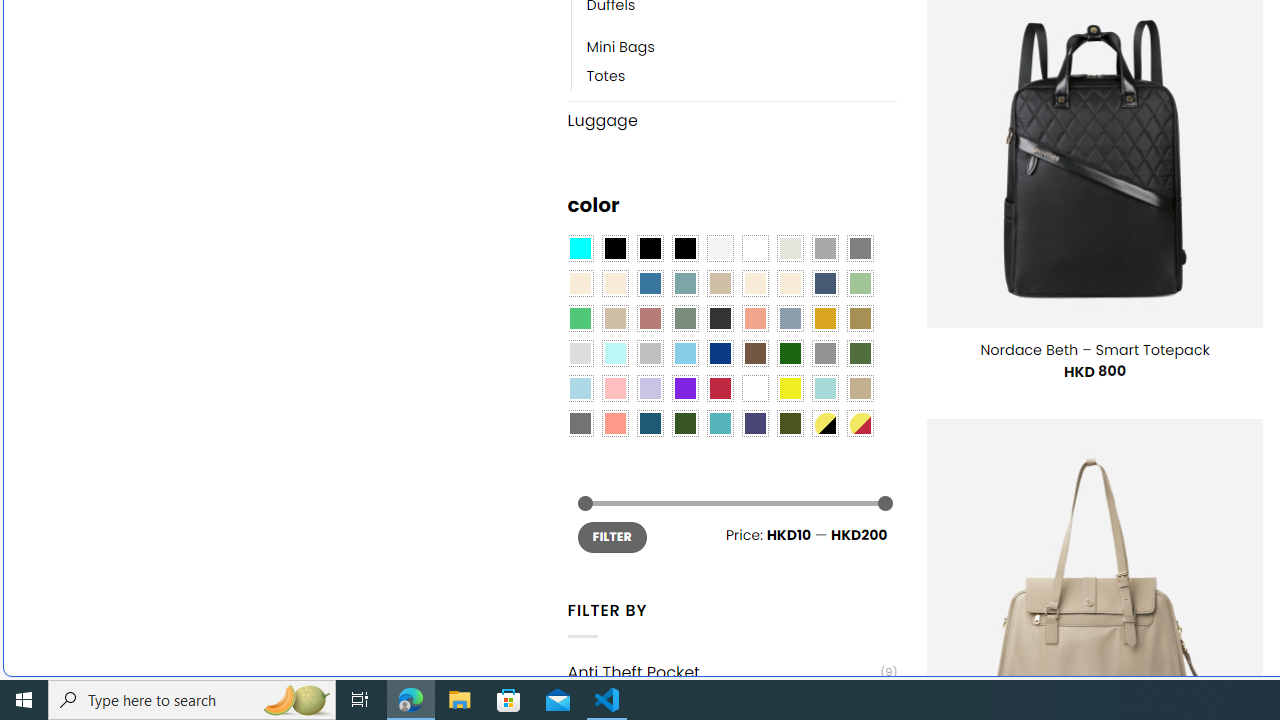 This screenshot has width=1280, height=720. What do you see at coordinates (614, 248) in the screenshot?
I see `'All Black'` at bounding box center [614, 248].